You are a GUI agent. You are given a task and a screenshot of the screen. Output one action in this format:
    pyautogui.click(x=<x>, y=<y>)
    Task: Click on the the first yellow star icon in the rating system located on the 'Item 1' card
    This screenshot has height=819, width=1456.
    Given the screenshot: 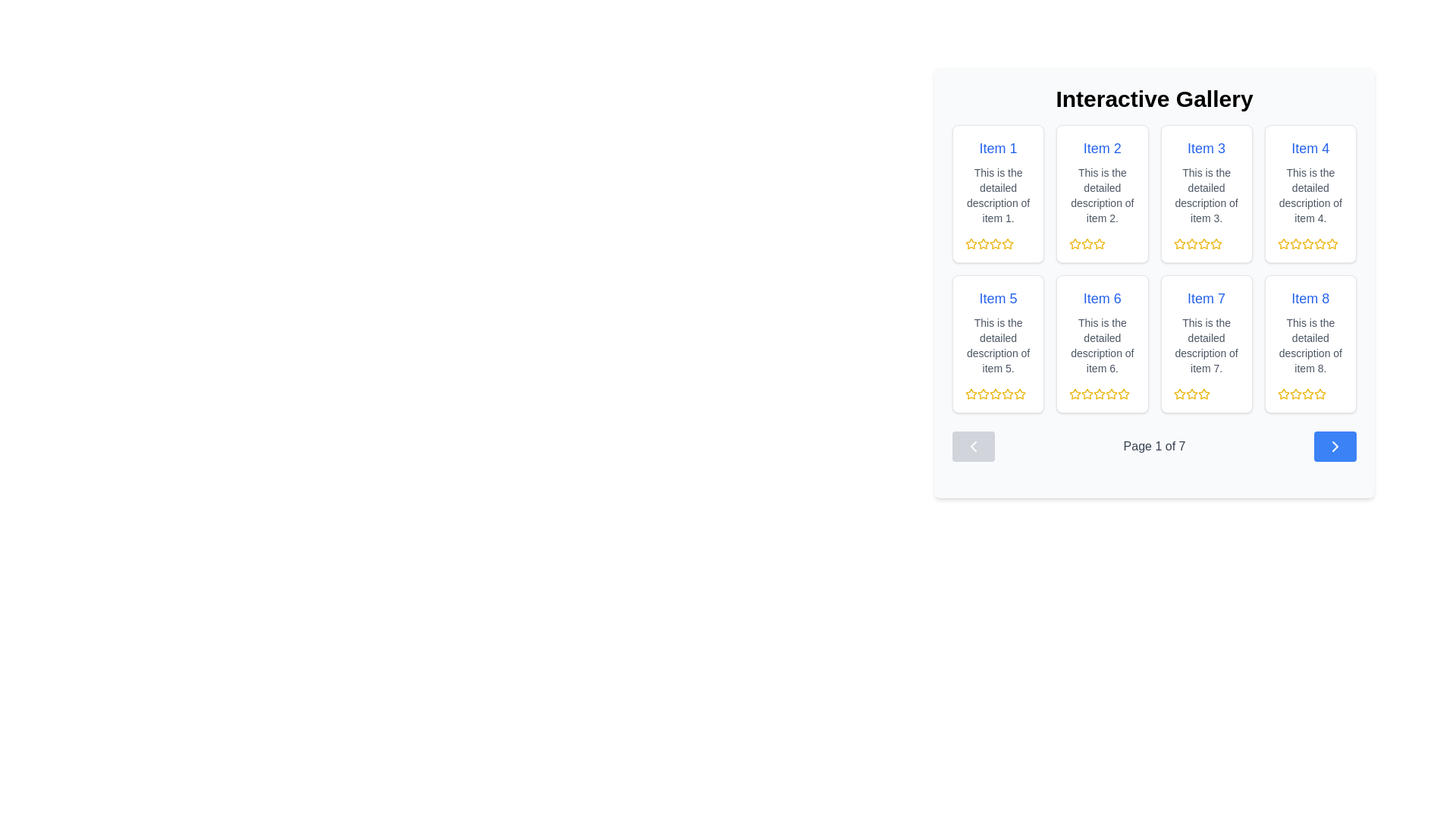 What is the action you would take?
    pyautogui.click(x=971, y=243)
    